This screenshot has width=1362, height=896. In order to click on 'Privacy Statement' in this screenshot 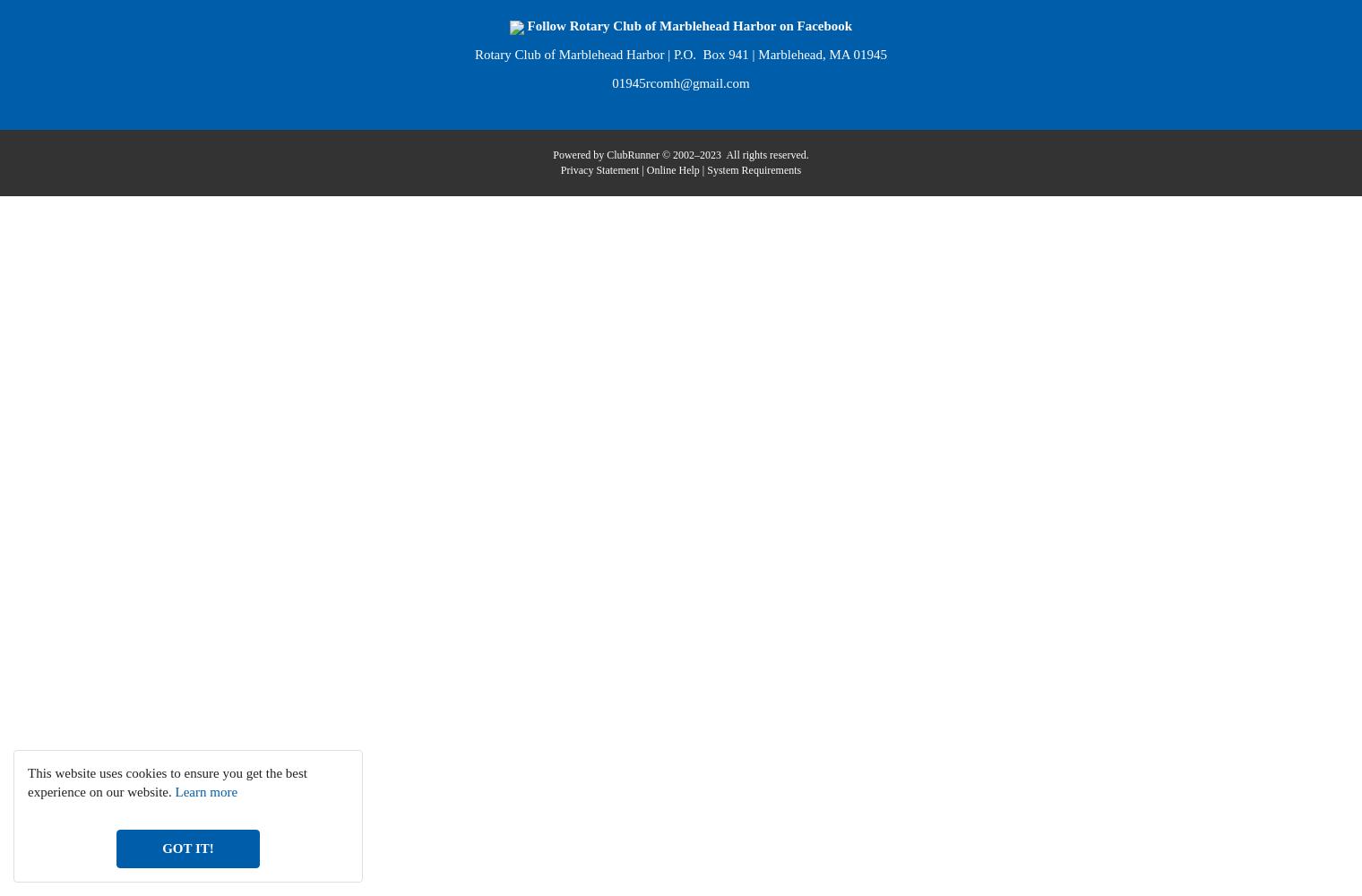, I will do `click(599, 168)`.